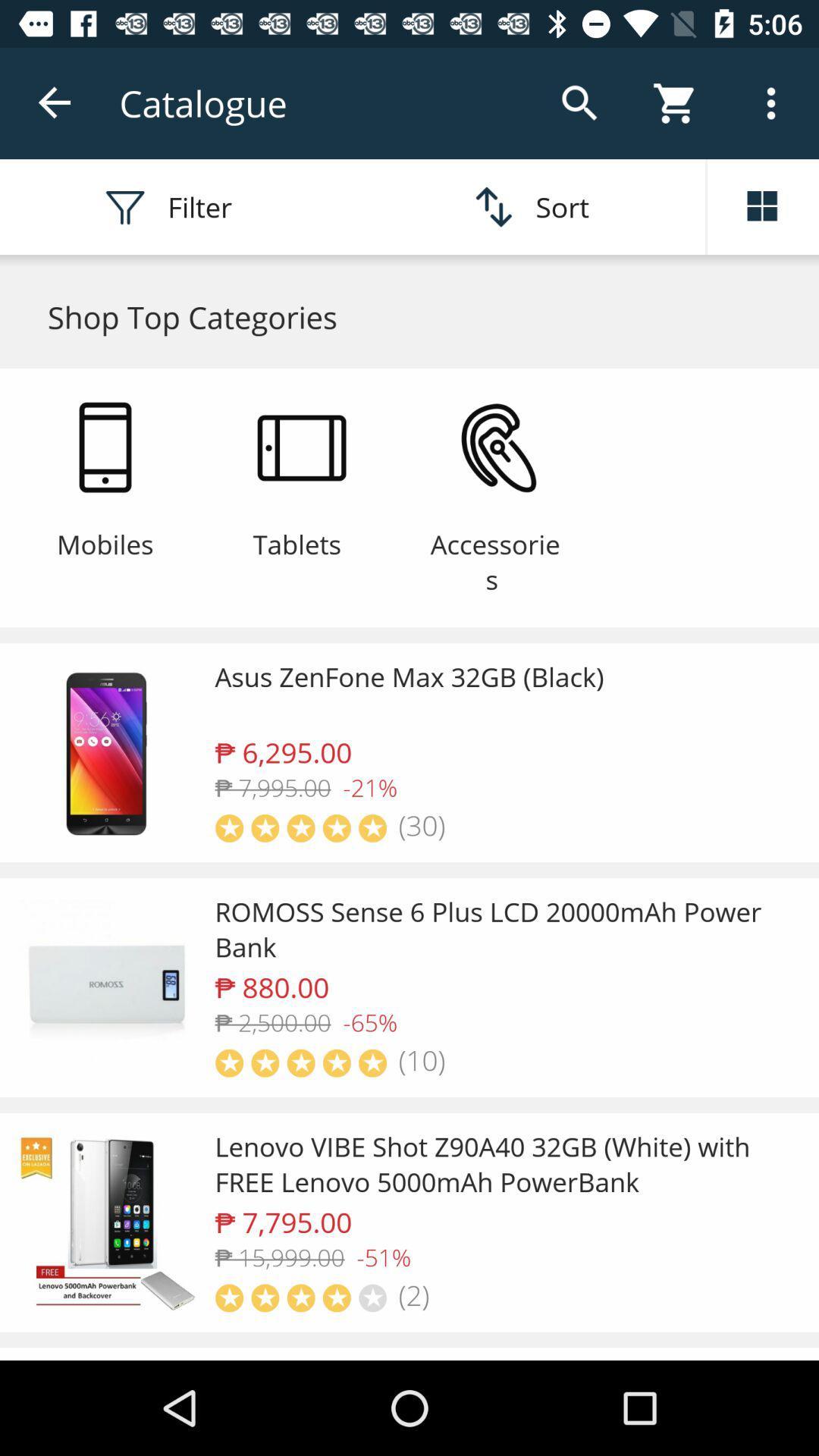 This screenshot has width=819, height=1456. Describe the element at coordinates (55, 102) in the screenshot. I see `item next to catalogue` at that location.